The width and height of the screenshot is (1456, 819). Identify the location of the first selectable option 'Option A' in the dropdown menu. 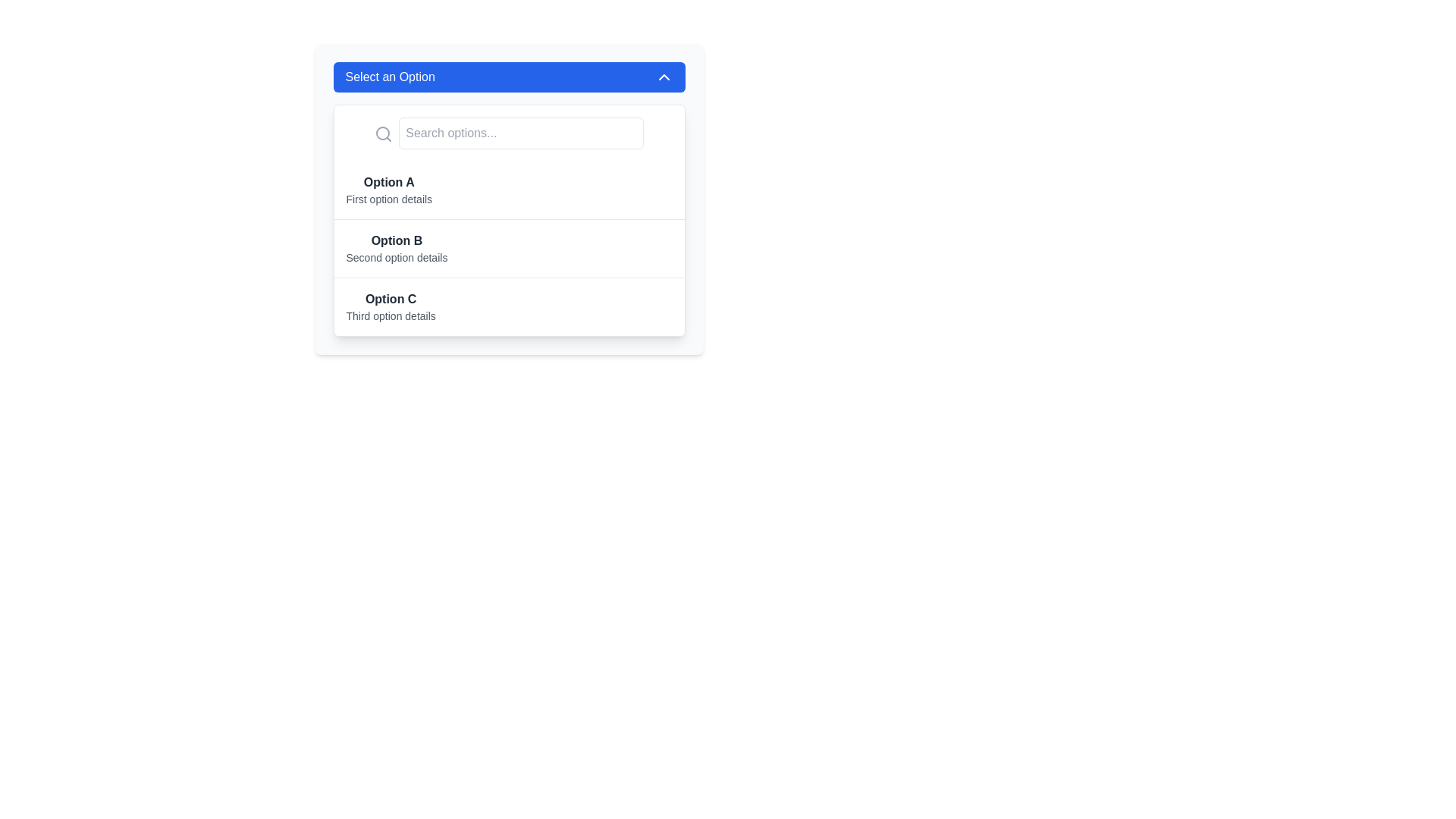
(509, 189).